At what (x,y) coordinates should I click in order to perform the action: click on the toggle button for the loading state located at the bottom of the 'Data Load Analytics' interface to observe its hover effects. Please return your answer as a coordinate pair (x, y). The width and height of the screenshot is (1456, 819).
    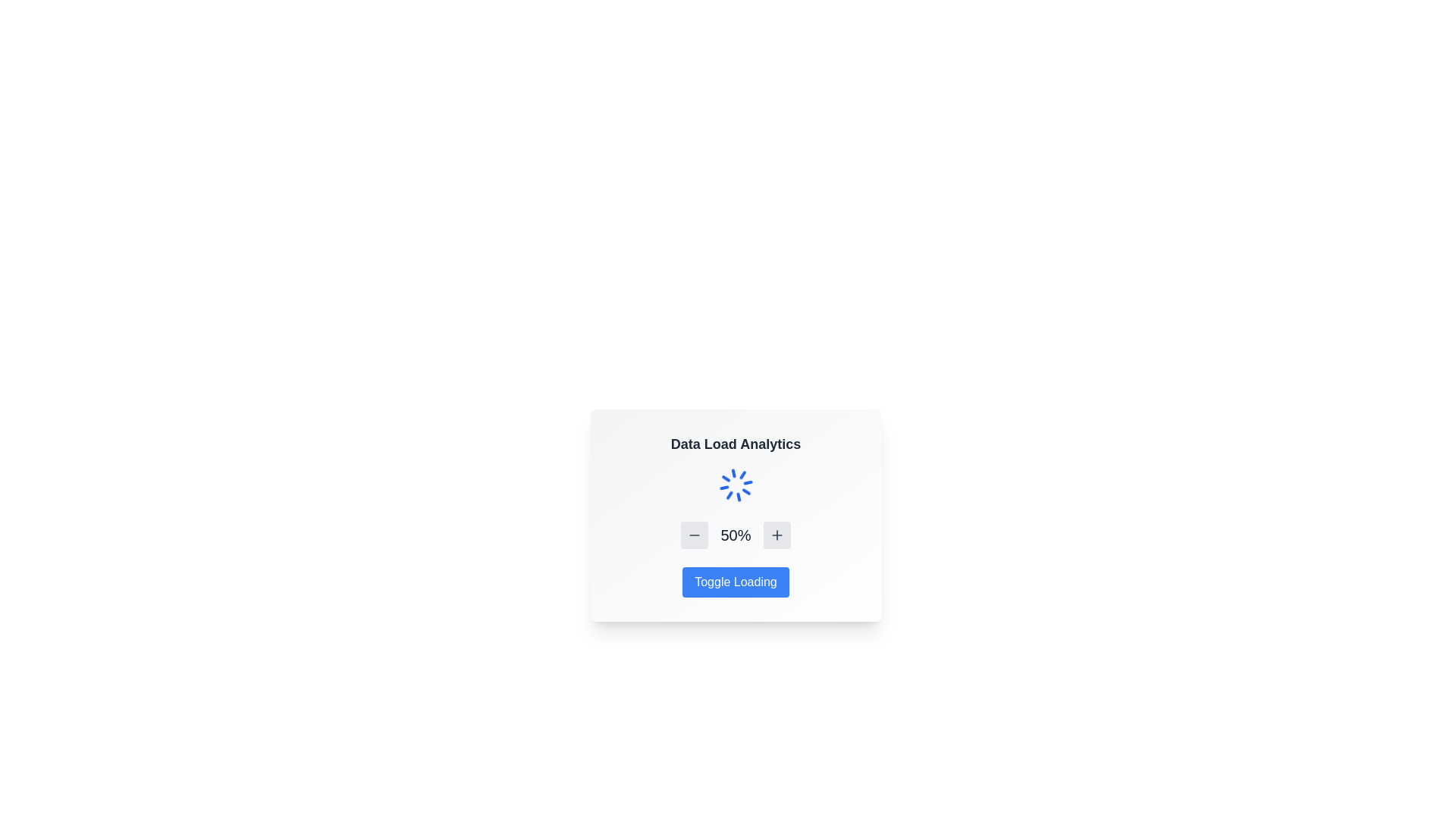
    Looking at the image, I should click on (736, 581).